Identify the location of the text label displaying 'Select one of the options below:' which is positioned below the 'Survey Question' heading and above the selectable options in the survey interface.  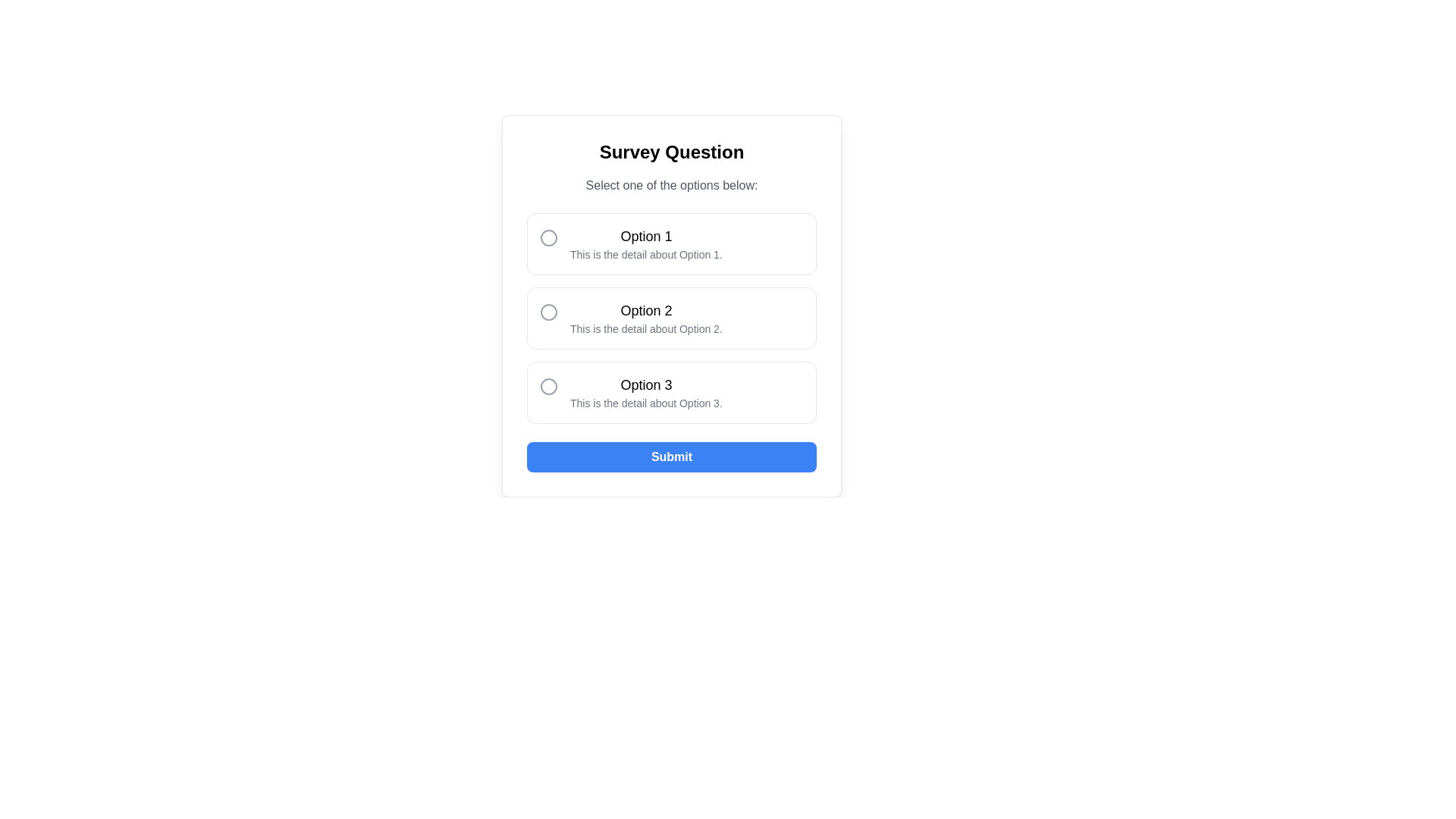
(671, 185).